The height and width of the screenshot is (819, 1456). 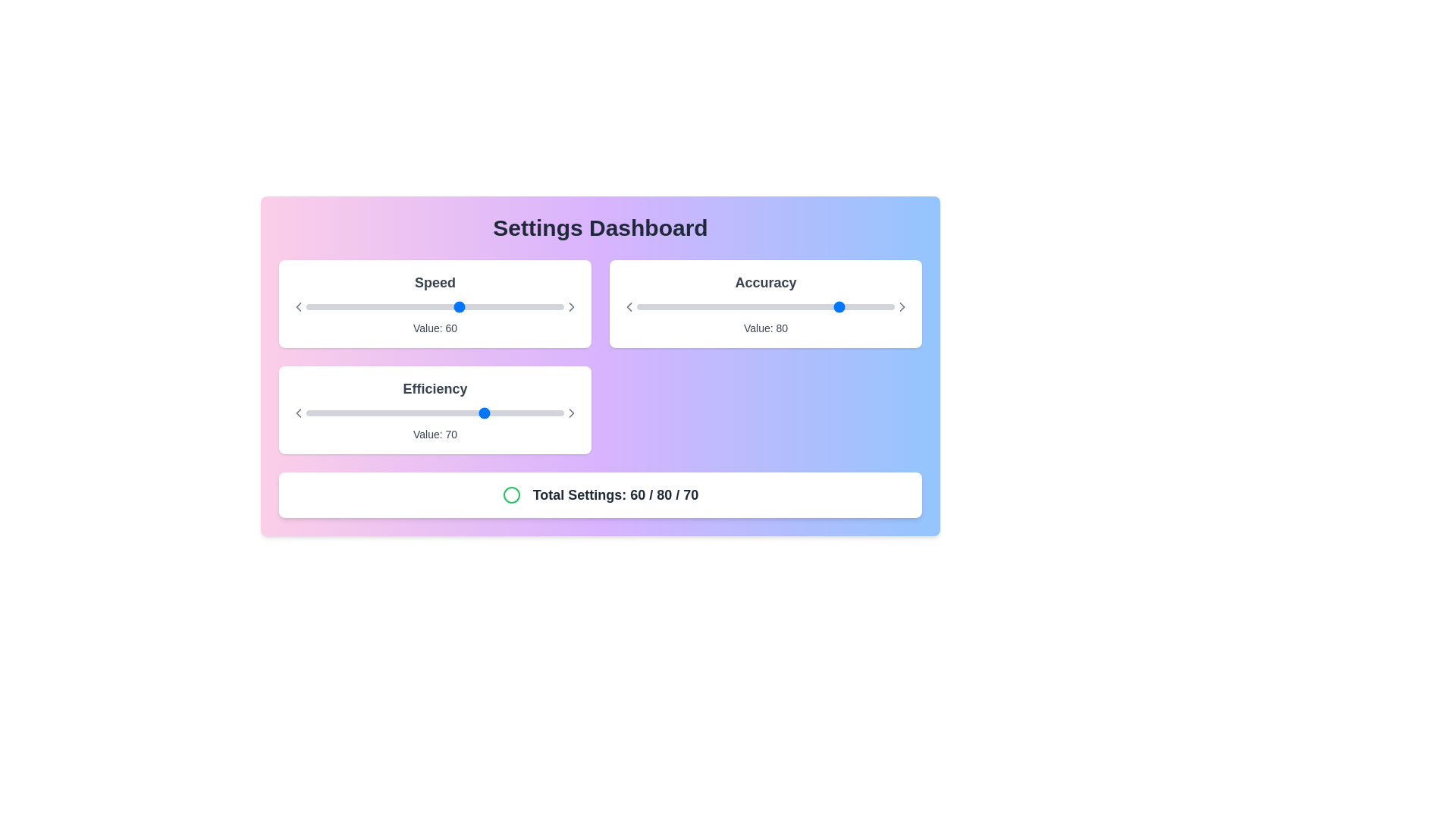 I want to click on efficiency, so click(x=386, y=413).